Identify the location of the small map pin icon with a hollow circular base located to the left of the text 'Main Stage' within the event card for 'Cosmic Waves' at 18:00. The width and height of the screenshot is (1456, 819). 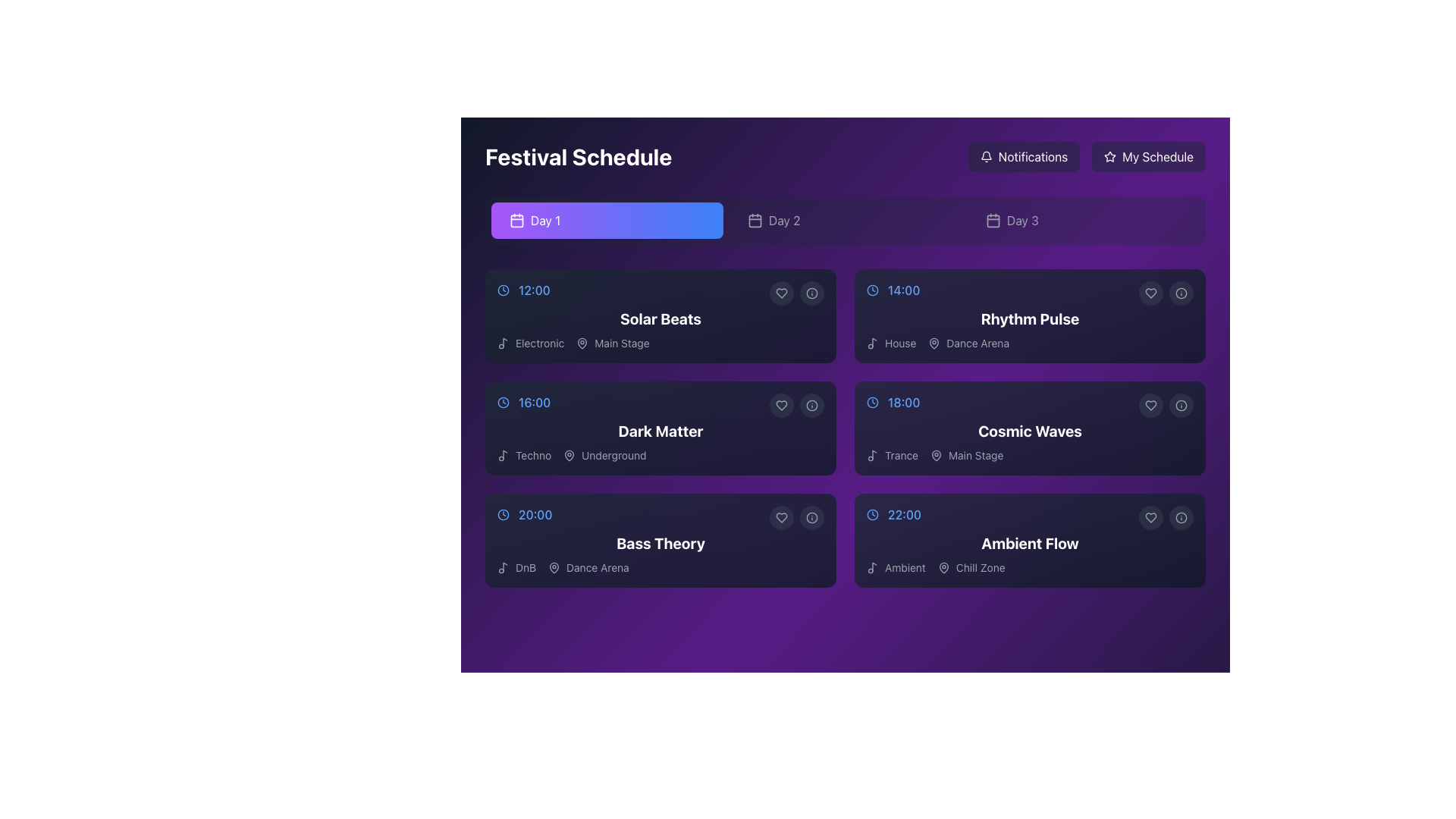
(935, 455).